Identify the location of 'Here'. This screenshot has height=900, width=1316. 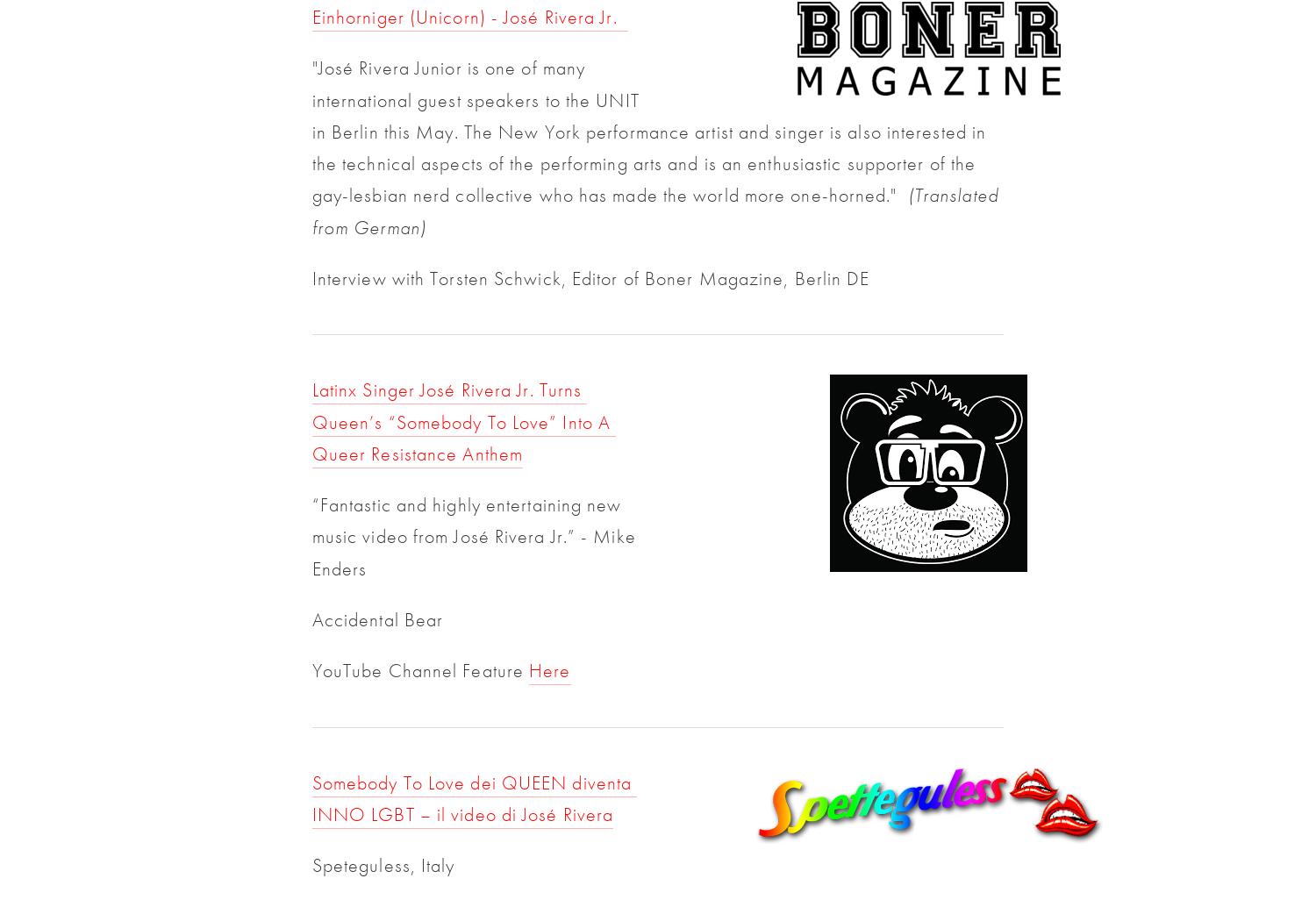
(549, 670).